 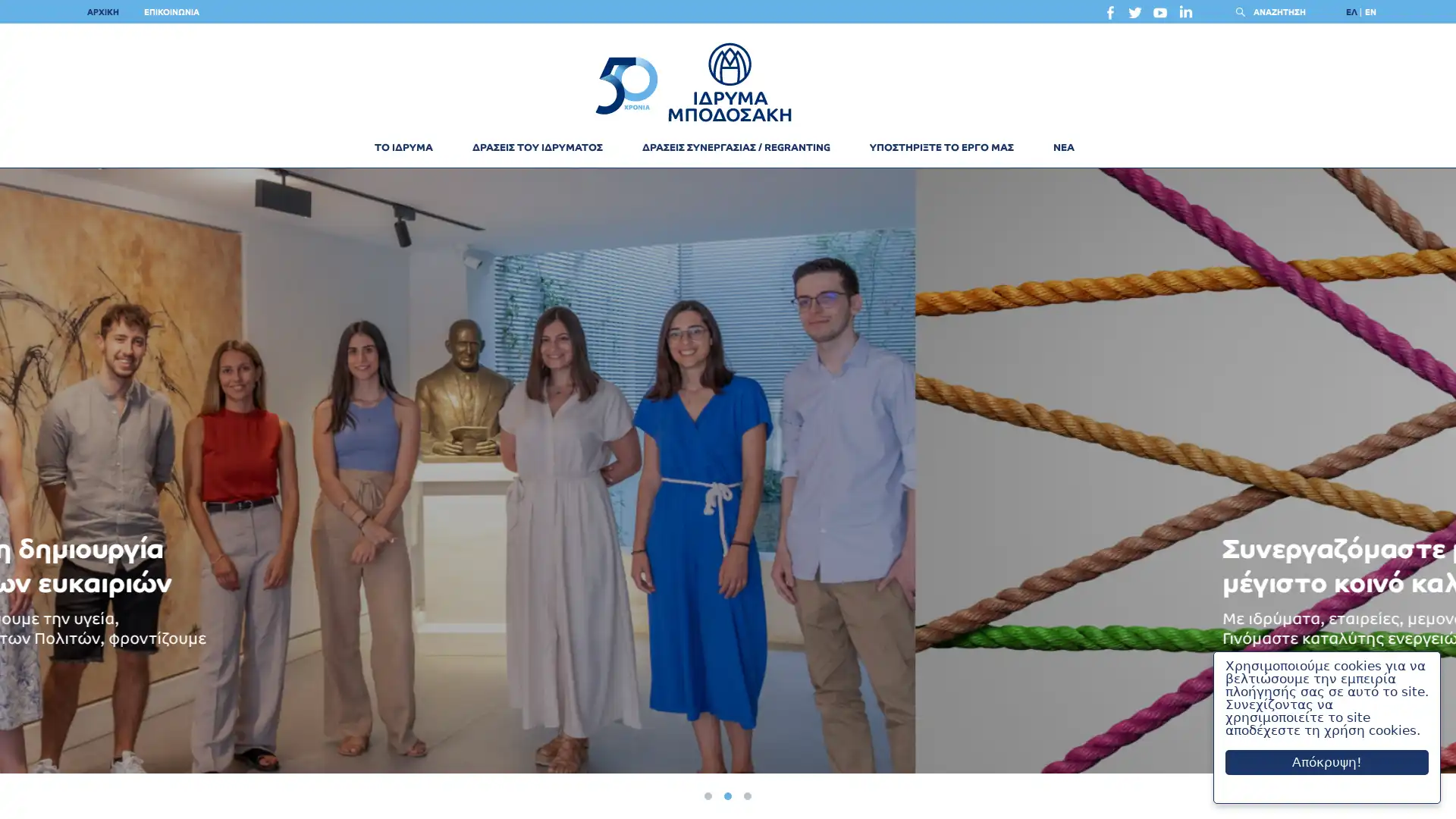 I want to click on 2, so click(x=728, y=792).